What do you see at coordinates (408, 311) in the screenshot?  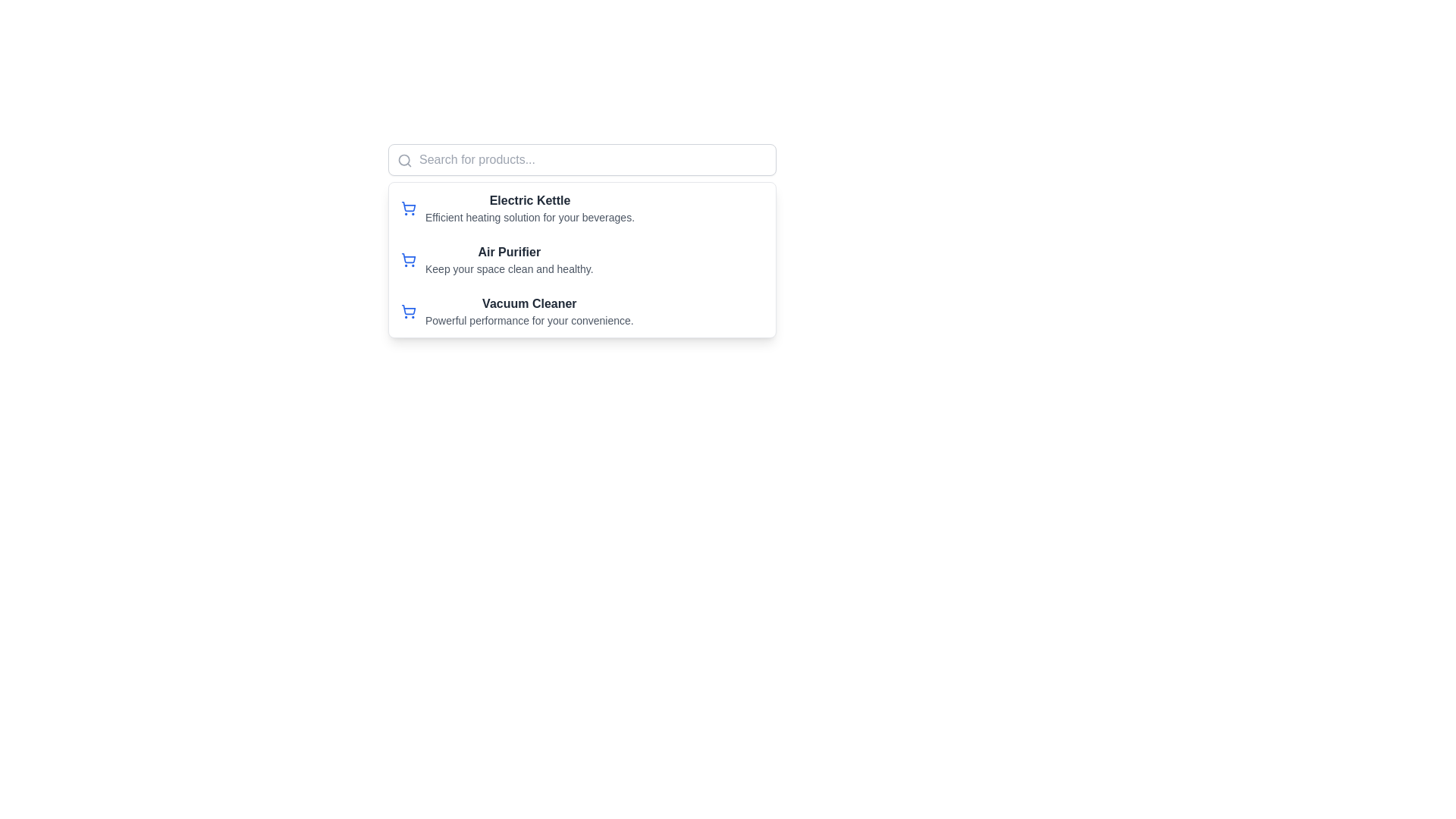 I see `the shopping cart icon, which is a minimalistic blue outlined SVG icon located to the left of the text 'Vacuum Cleaner' in the third item of the list` at bounding box center [408, 311].